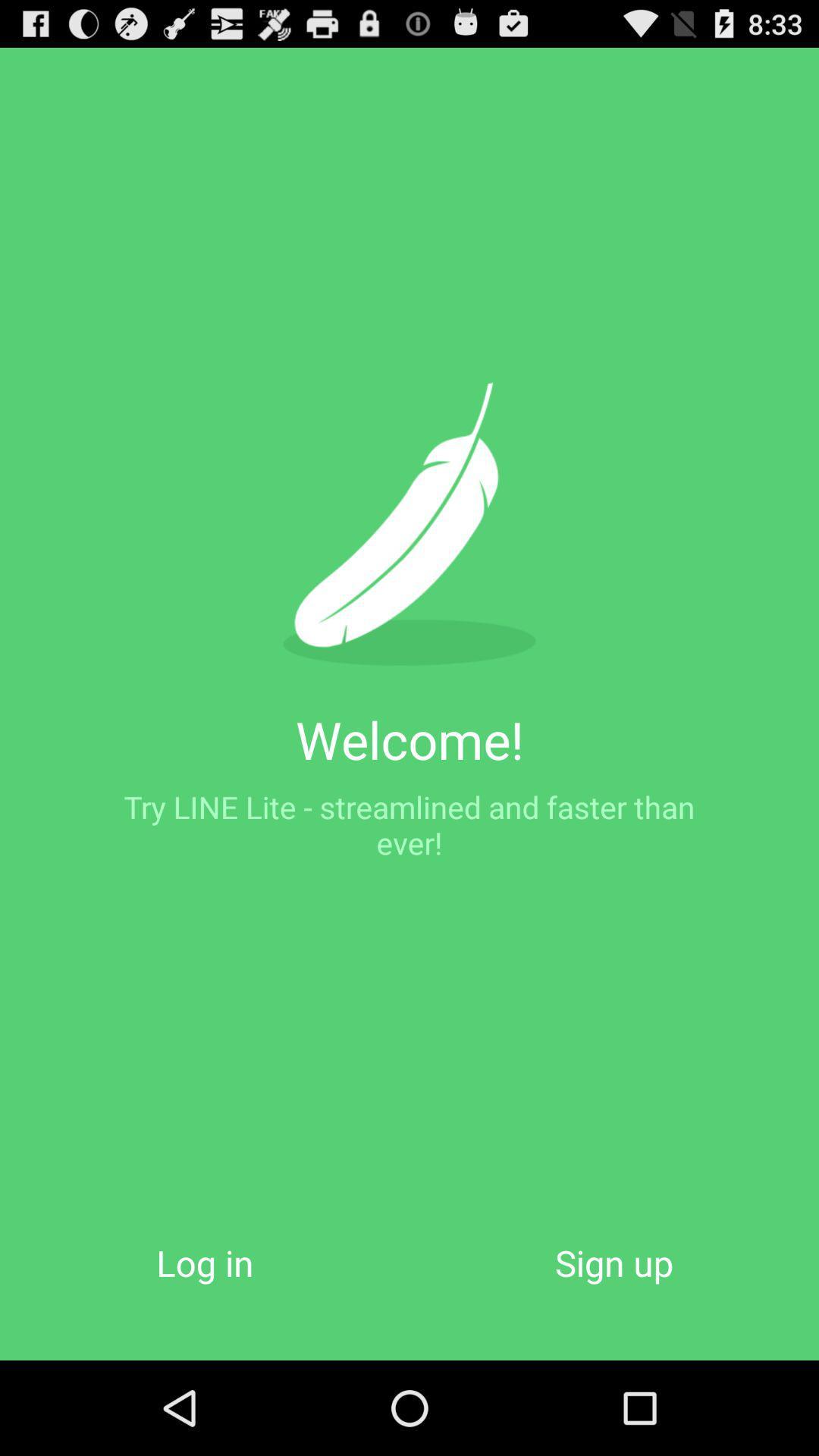 Image resolution: width=819 pixels, height=1456 pixels. What do you see at coordinates (205, 1263) in the screenshot?
I see `the log in item` at bounding box center [205, 1263].